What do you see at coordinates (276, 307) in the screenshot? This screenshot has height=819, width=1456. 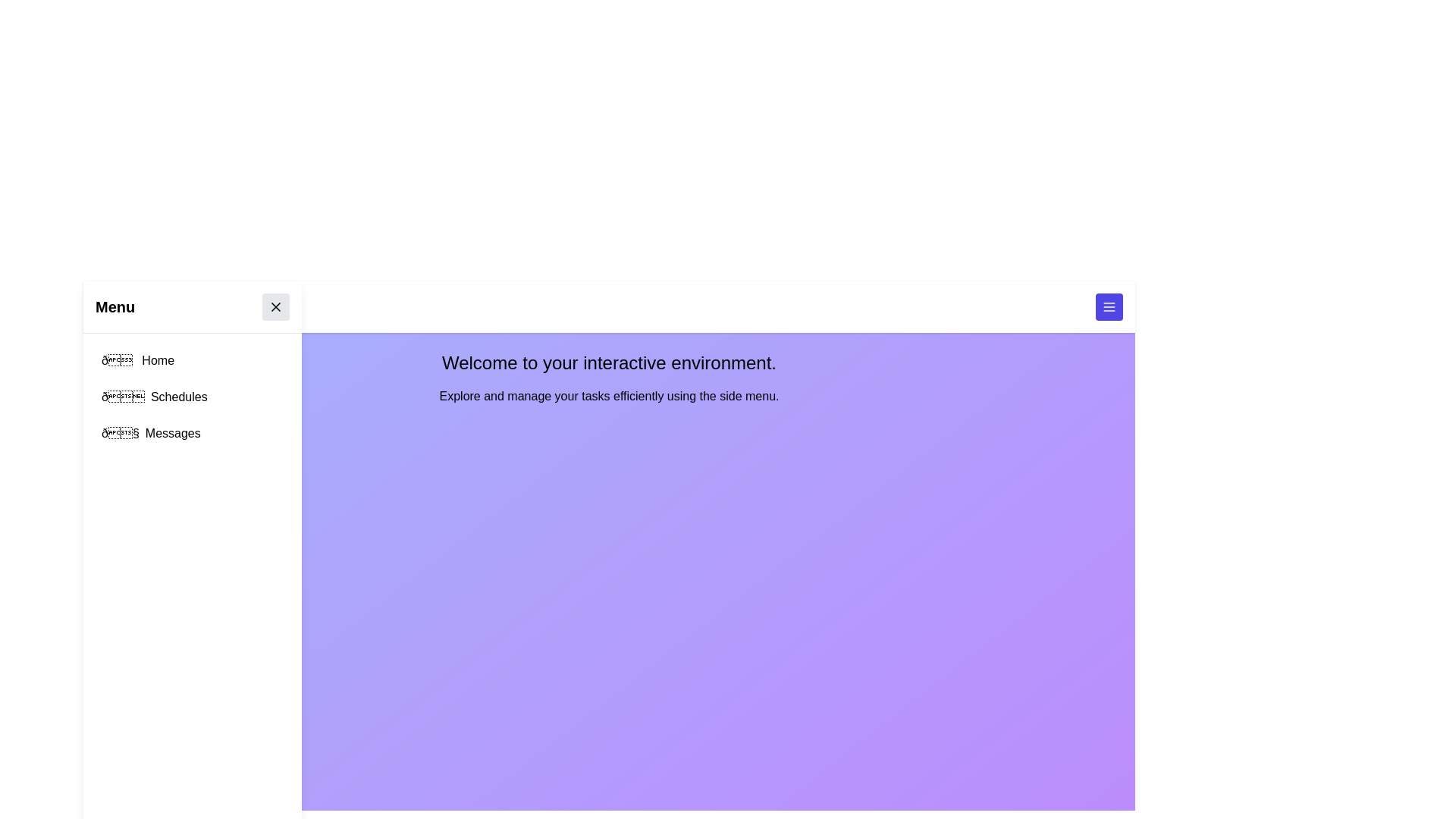 I see `the close button located in the top-right corner of the menu section` at bounding box center [276, 307].